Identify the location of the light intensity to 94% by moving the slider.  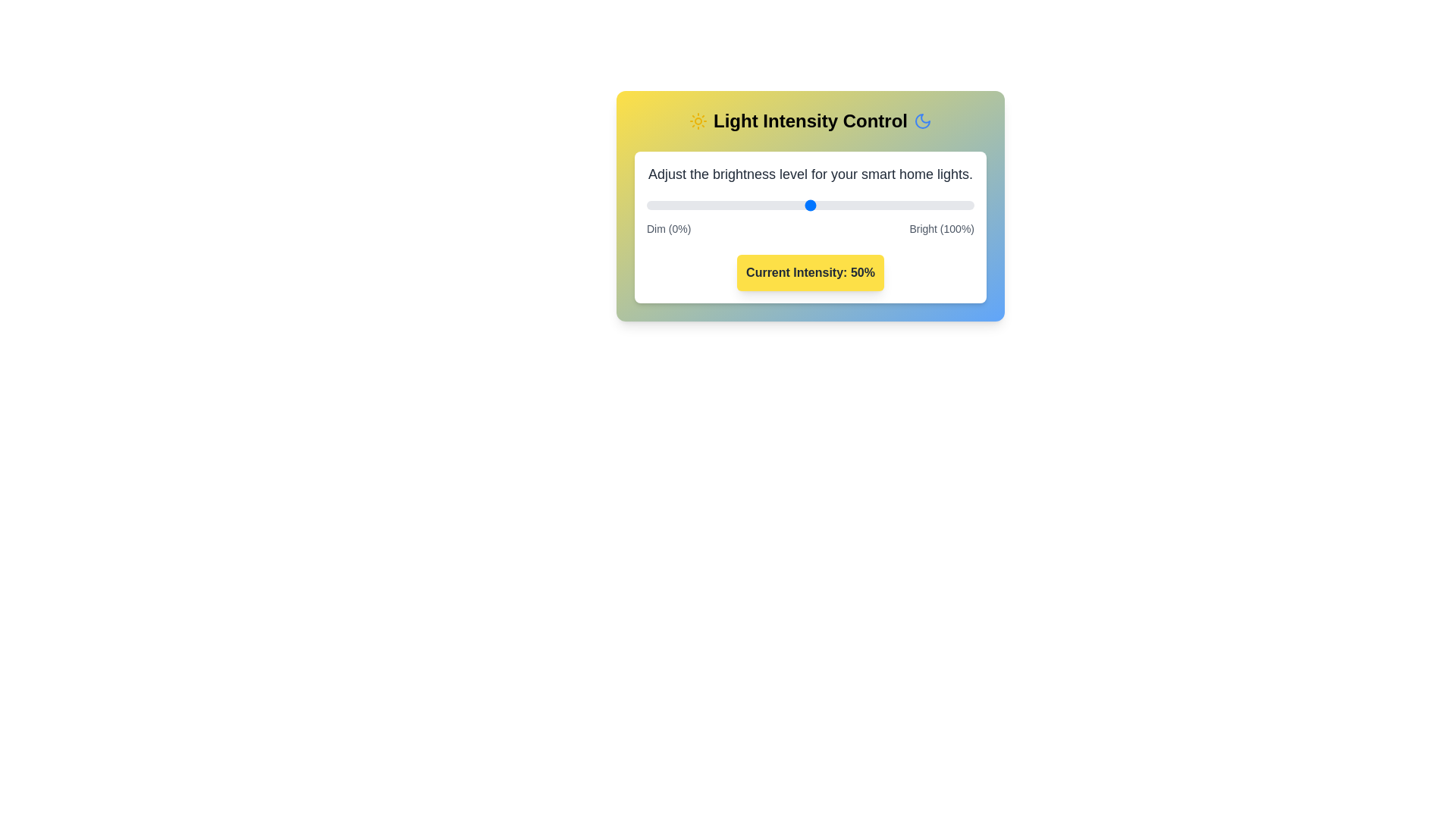
(954, 205).